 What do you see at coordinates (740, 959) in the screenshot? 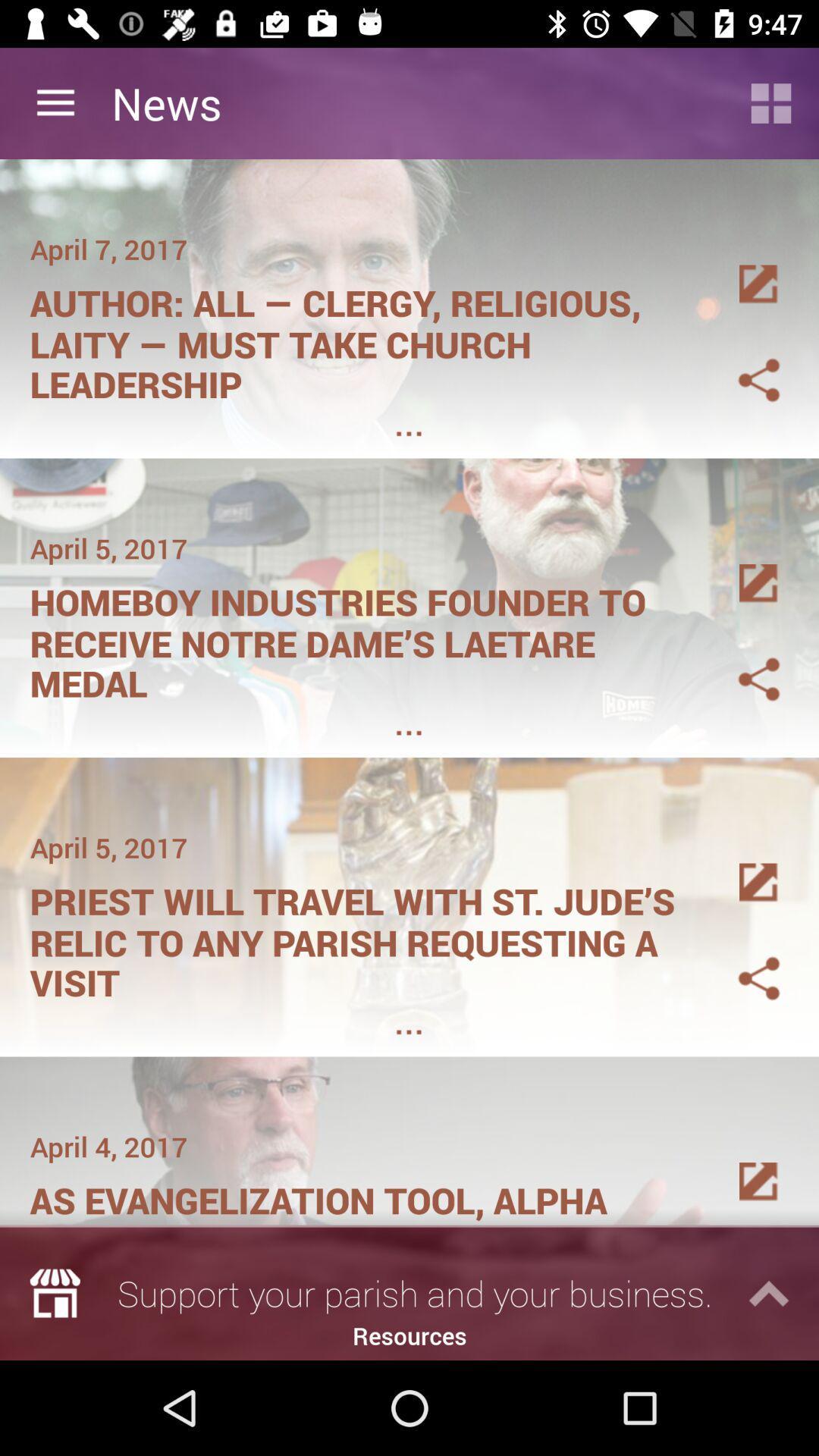
I see `sahre to` at bounding box center [740, 959].